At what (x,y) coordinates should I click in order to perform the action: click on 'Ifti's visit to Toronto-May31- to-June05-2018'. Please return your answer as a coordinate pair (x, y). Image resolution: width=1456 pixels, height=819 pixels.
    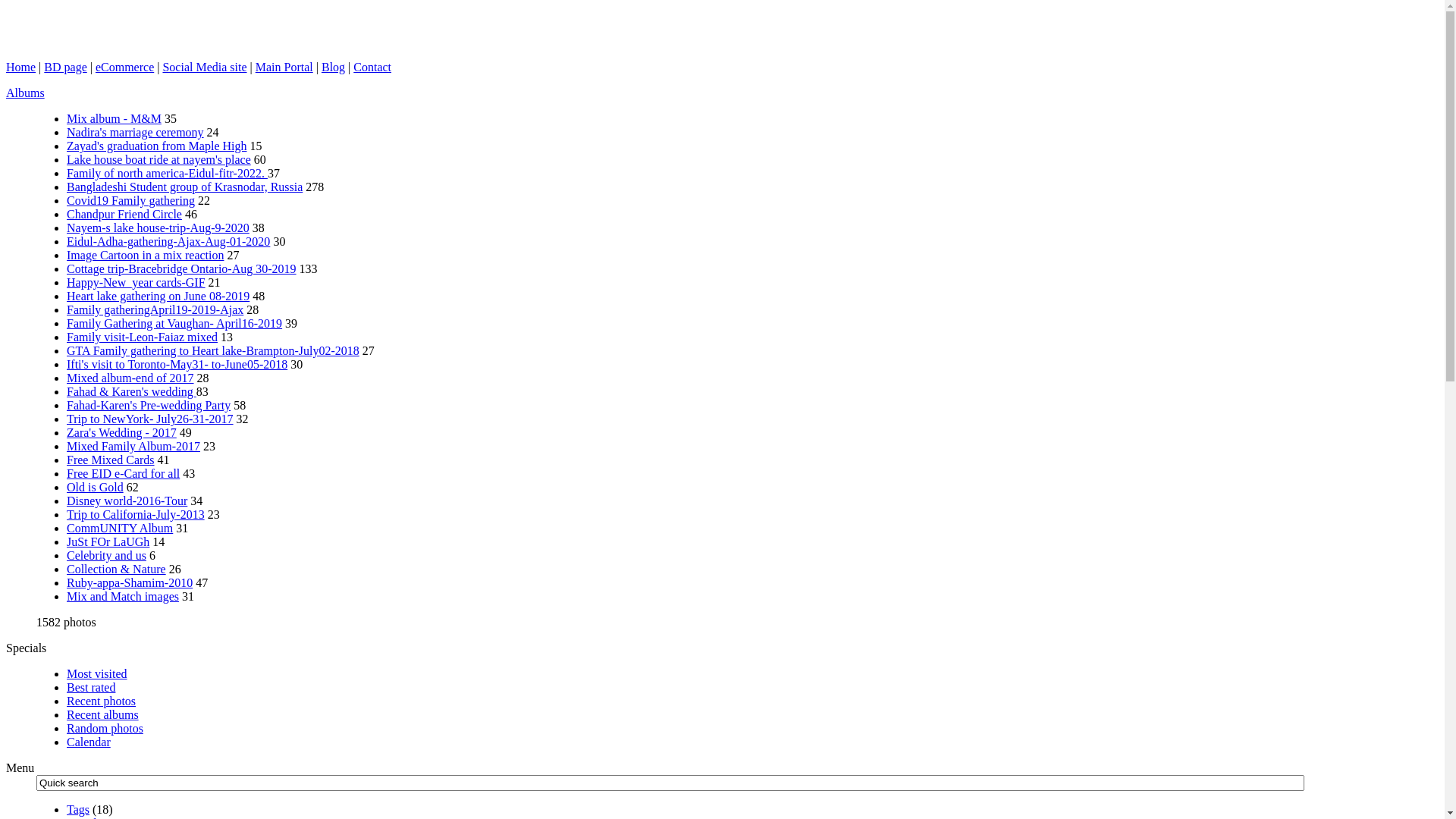
    Looking at the image, I should click on (177, 364).